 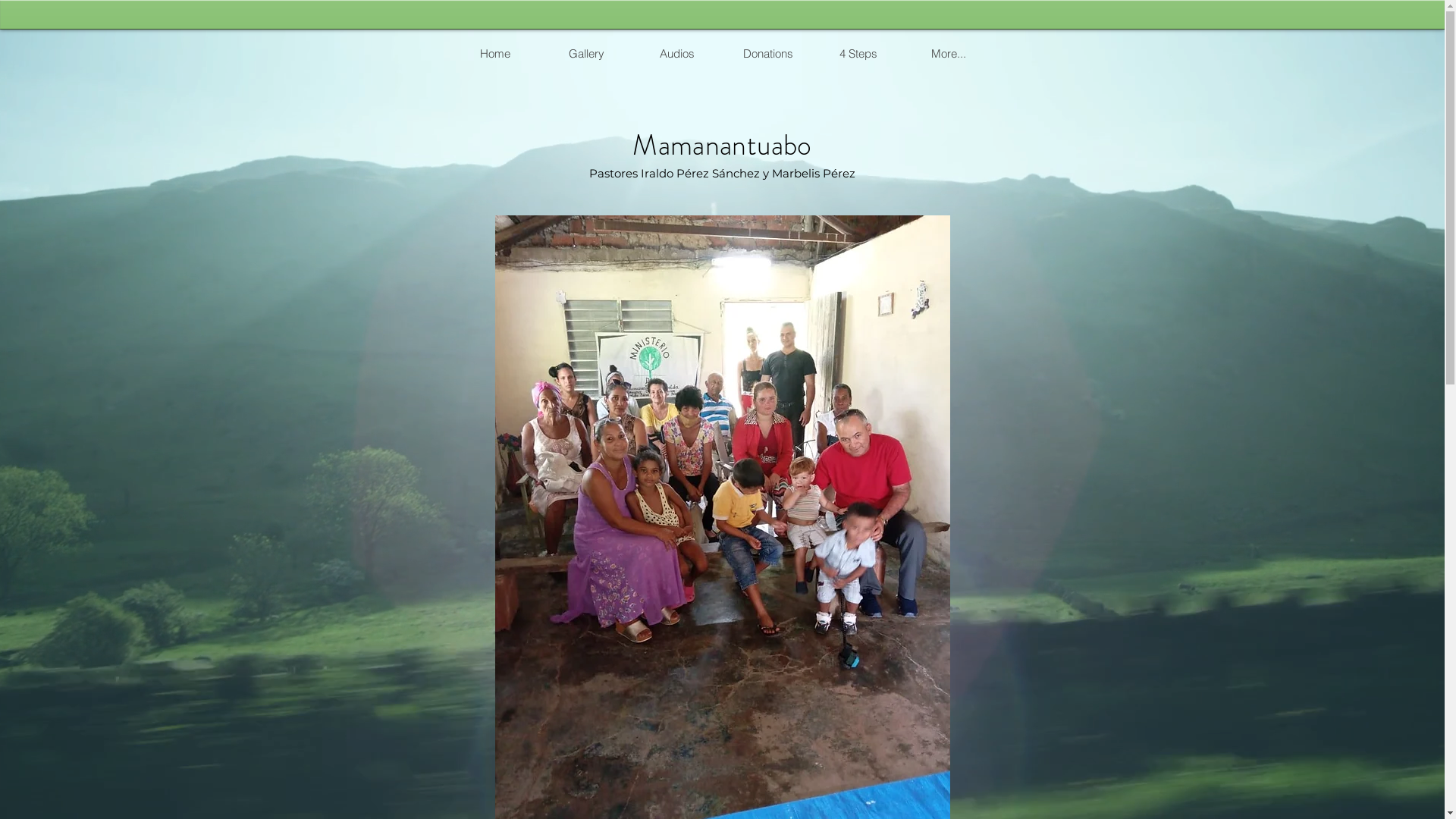 I want to click on 'Home', so click(x=494, y=52).